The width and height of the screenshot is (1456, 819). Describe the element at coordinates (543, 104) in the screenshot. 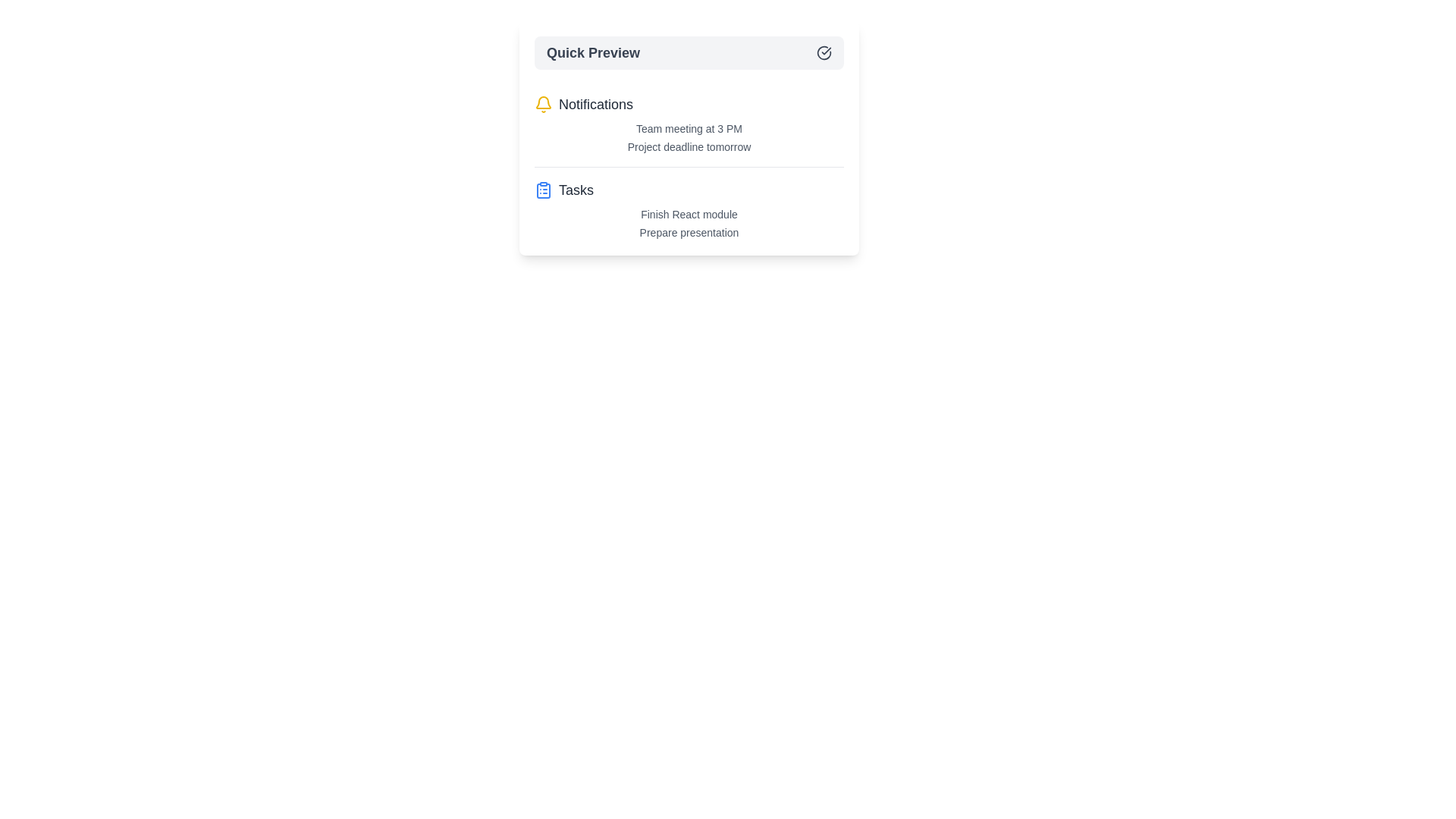

I see `the icon next to the Notifications category` at that location.